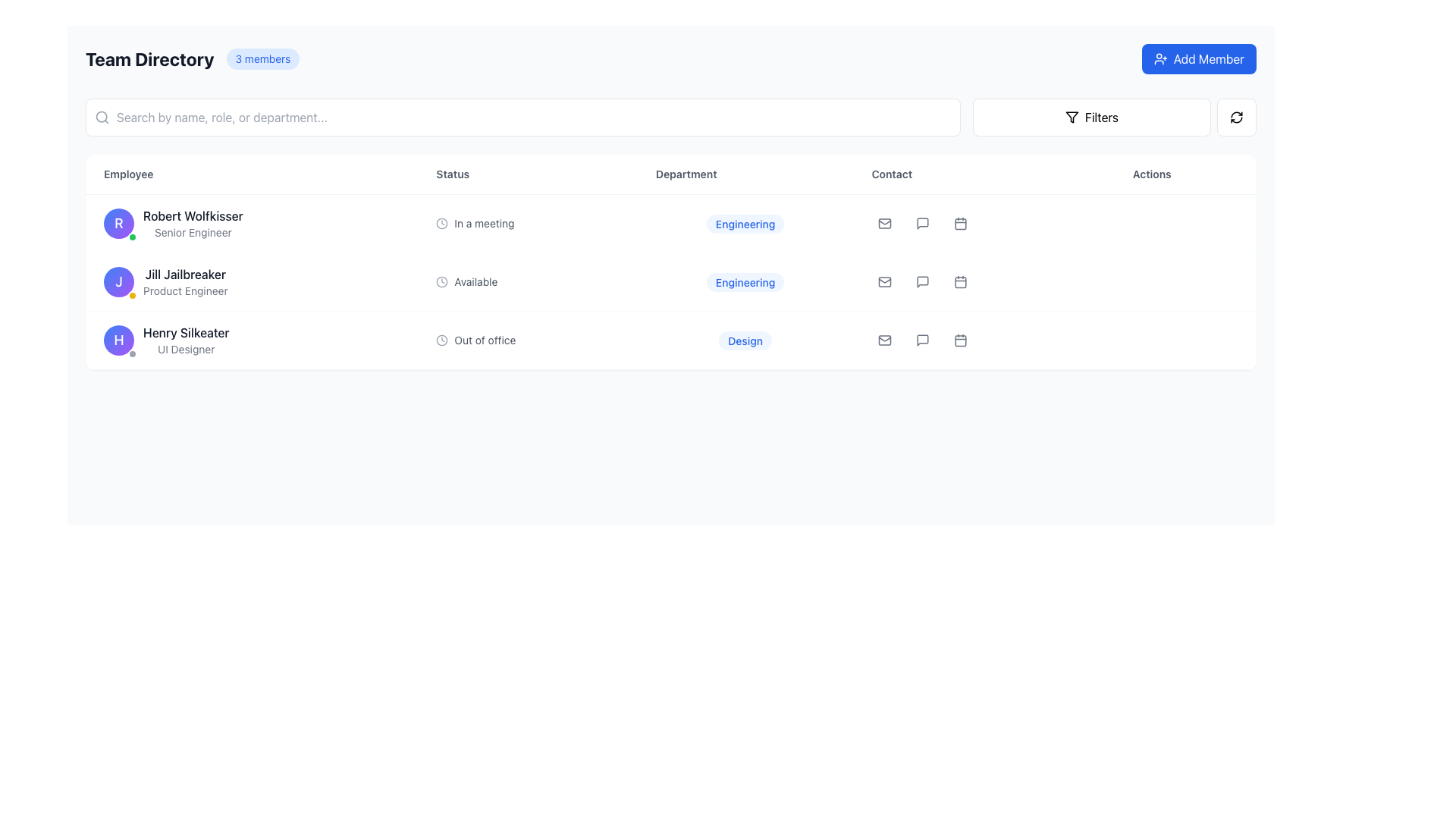  What do you see at coordinates (192, 58) in the screenshot?
I see `section header element titled 'Team Directory' with additional information about '3 members' for informational purposes` at bounding box center [192, 58].